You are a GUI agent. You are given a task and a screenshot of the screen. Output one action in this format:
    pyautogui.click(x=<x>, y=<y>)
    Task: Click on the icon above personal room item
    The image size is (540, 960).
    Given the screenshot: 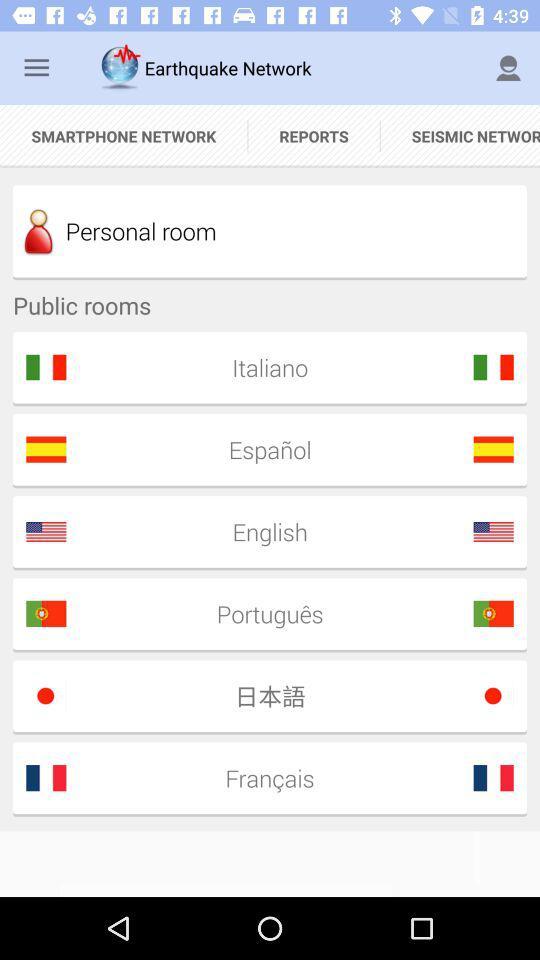 What is the action you would take?
    pyautogui.click(x=460, y=135)
    